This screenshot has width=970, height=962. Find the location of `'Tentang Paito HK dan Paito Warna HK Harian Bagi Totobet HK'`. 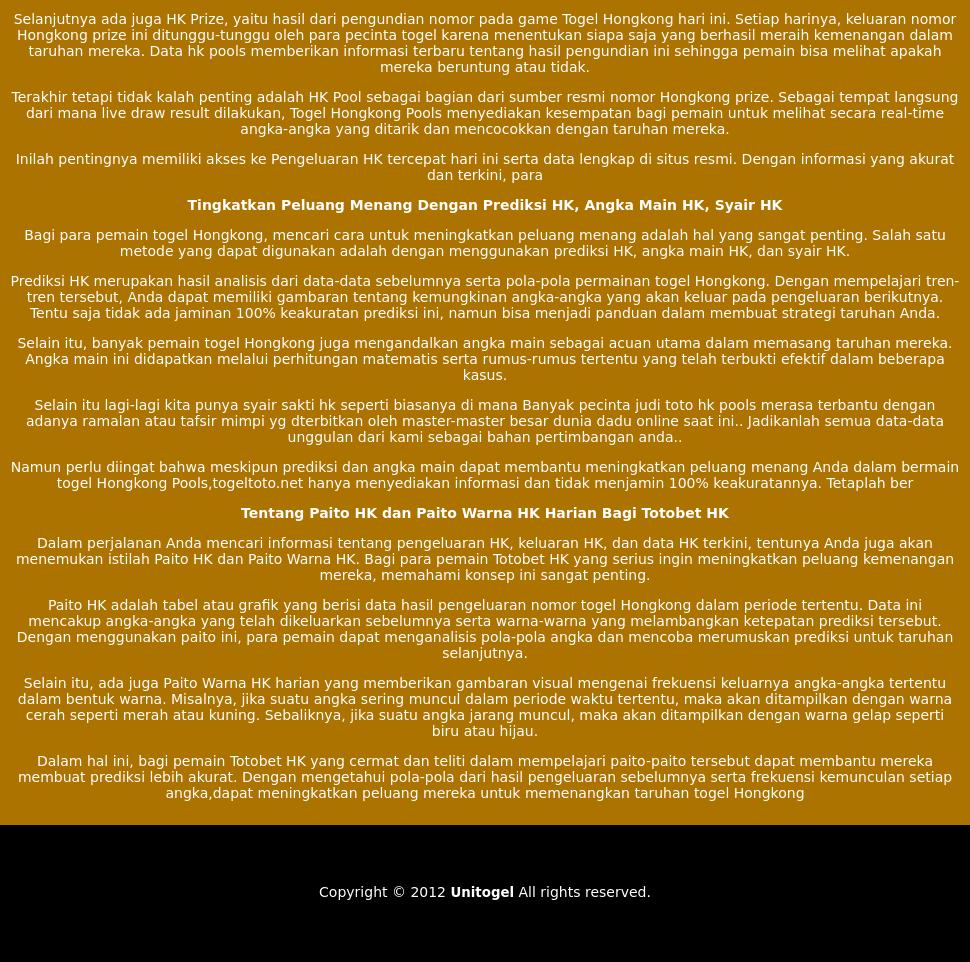

'Tentang Paito HK dan Paito Warna HK Harian Bagi Totobet HK' is located at coordinates (483, 510).